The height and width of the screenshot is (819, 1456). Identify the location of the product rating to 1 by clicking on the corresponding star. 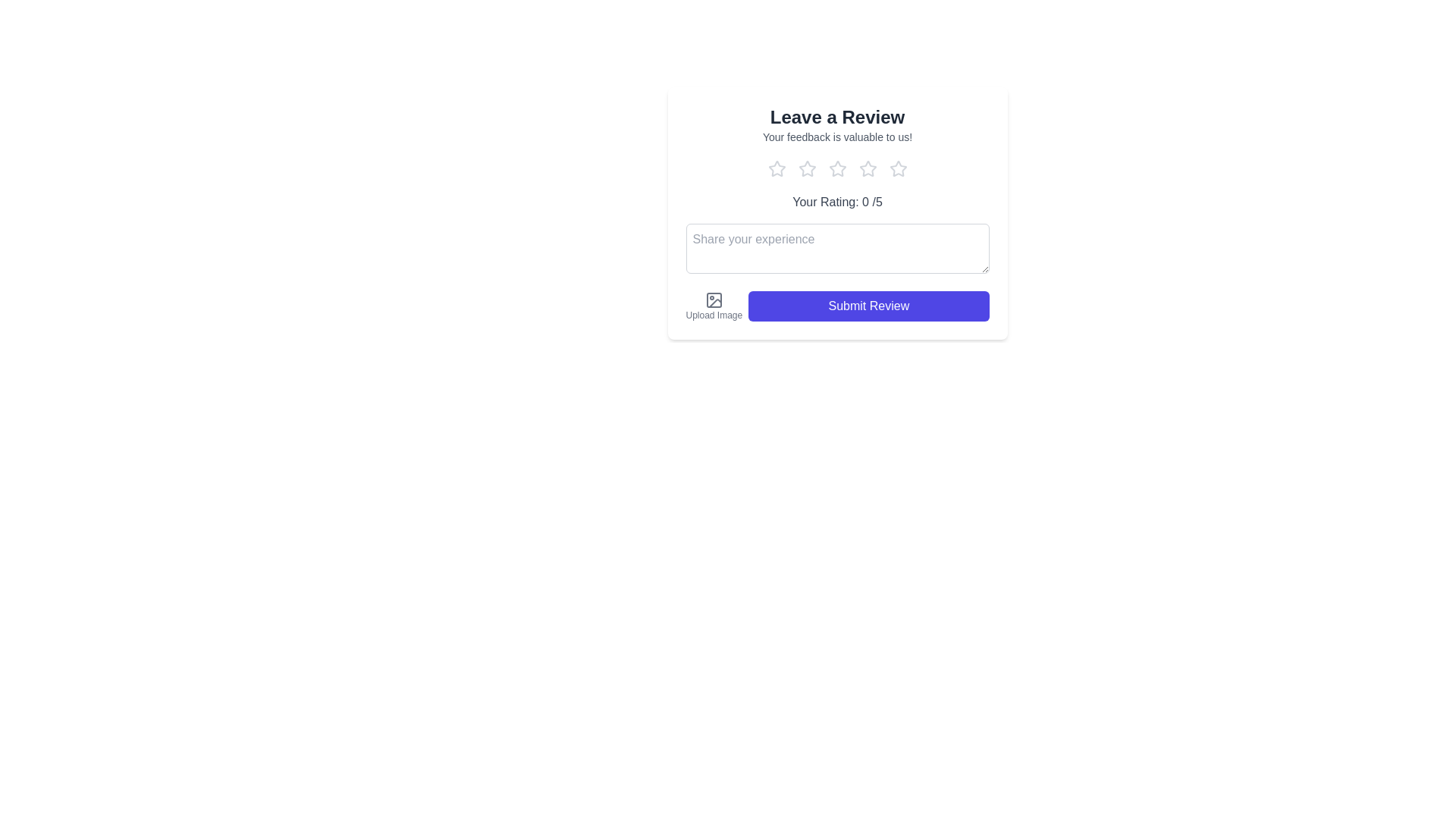
(777, 169).